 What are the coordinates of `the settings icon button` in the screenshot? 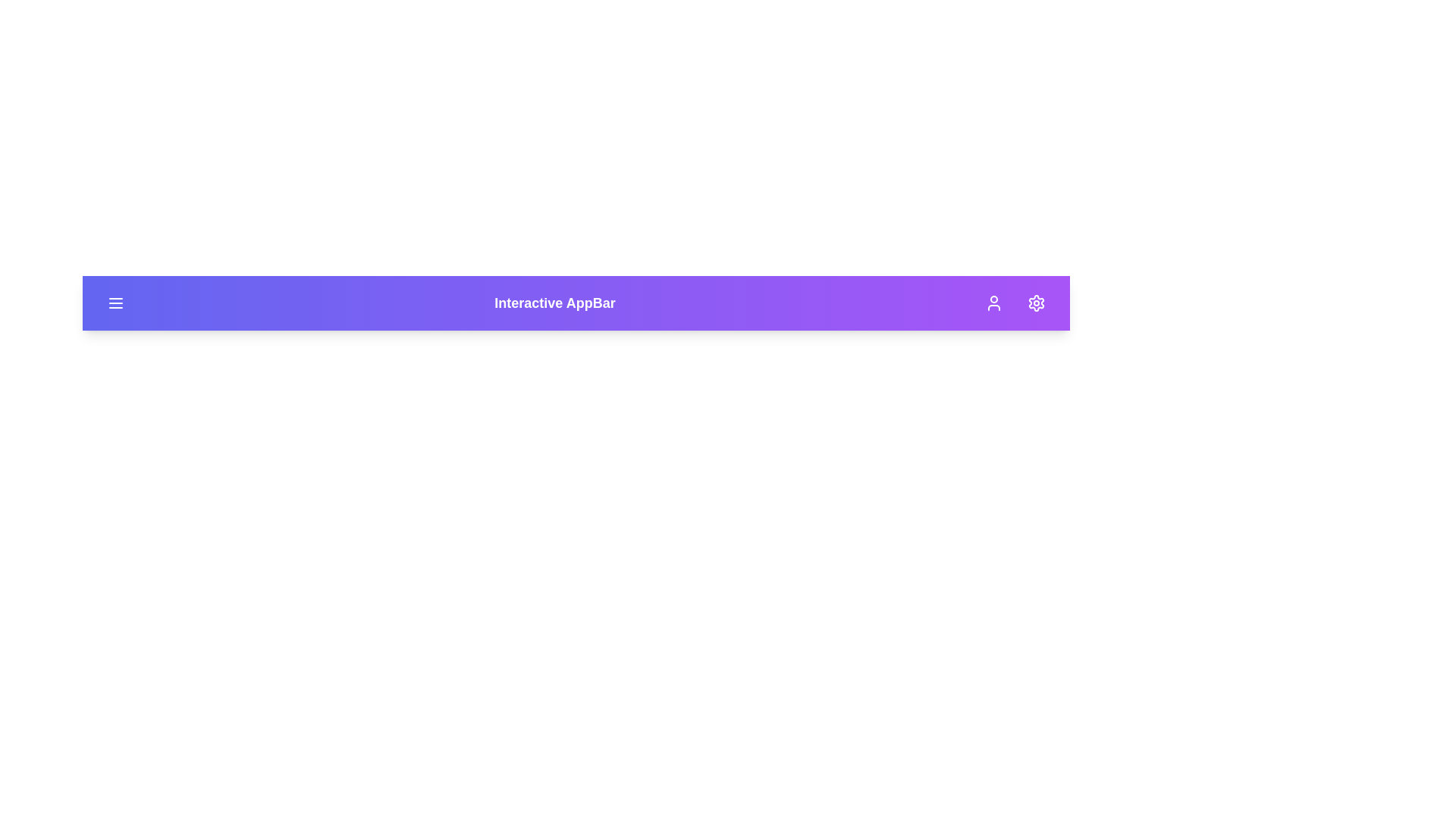 It's located at (1036, 303).